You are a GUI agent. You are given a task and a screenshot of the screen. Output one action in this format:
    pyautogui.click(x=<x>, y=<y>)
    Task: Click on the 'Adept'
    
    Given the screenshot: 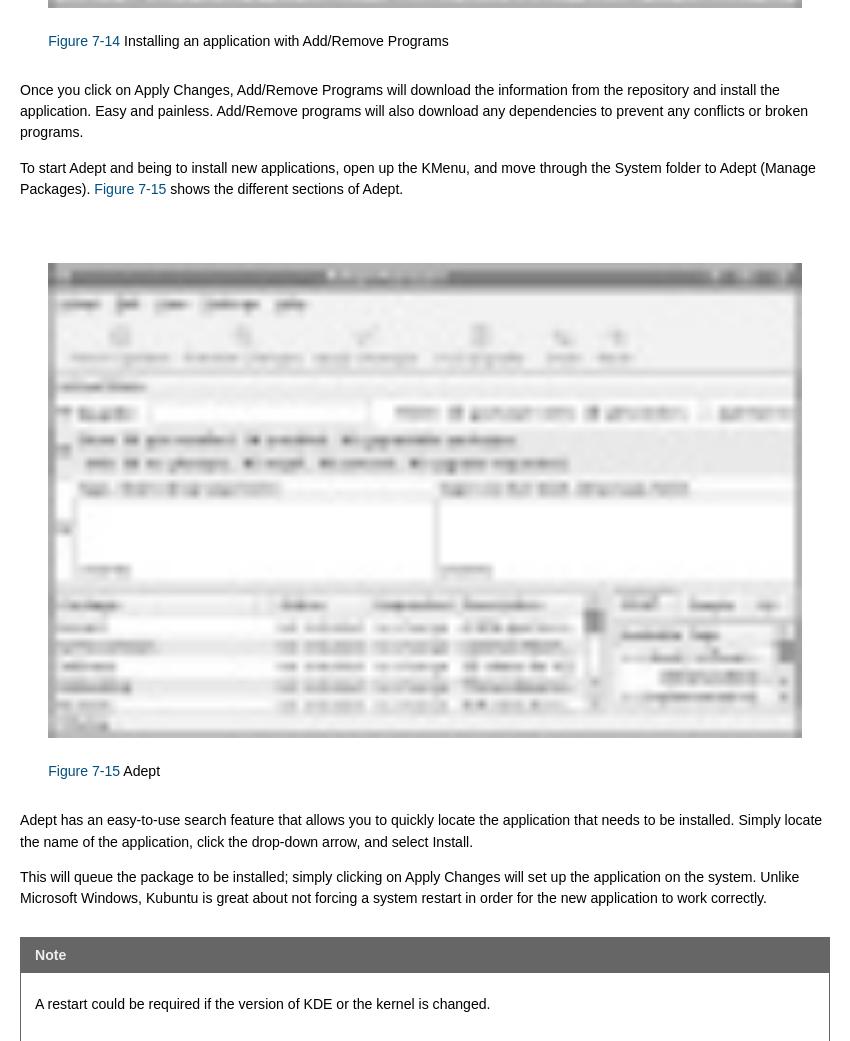 What is the action you would take?
    pyautogui.click(x=139, y=770)
    